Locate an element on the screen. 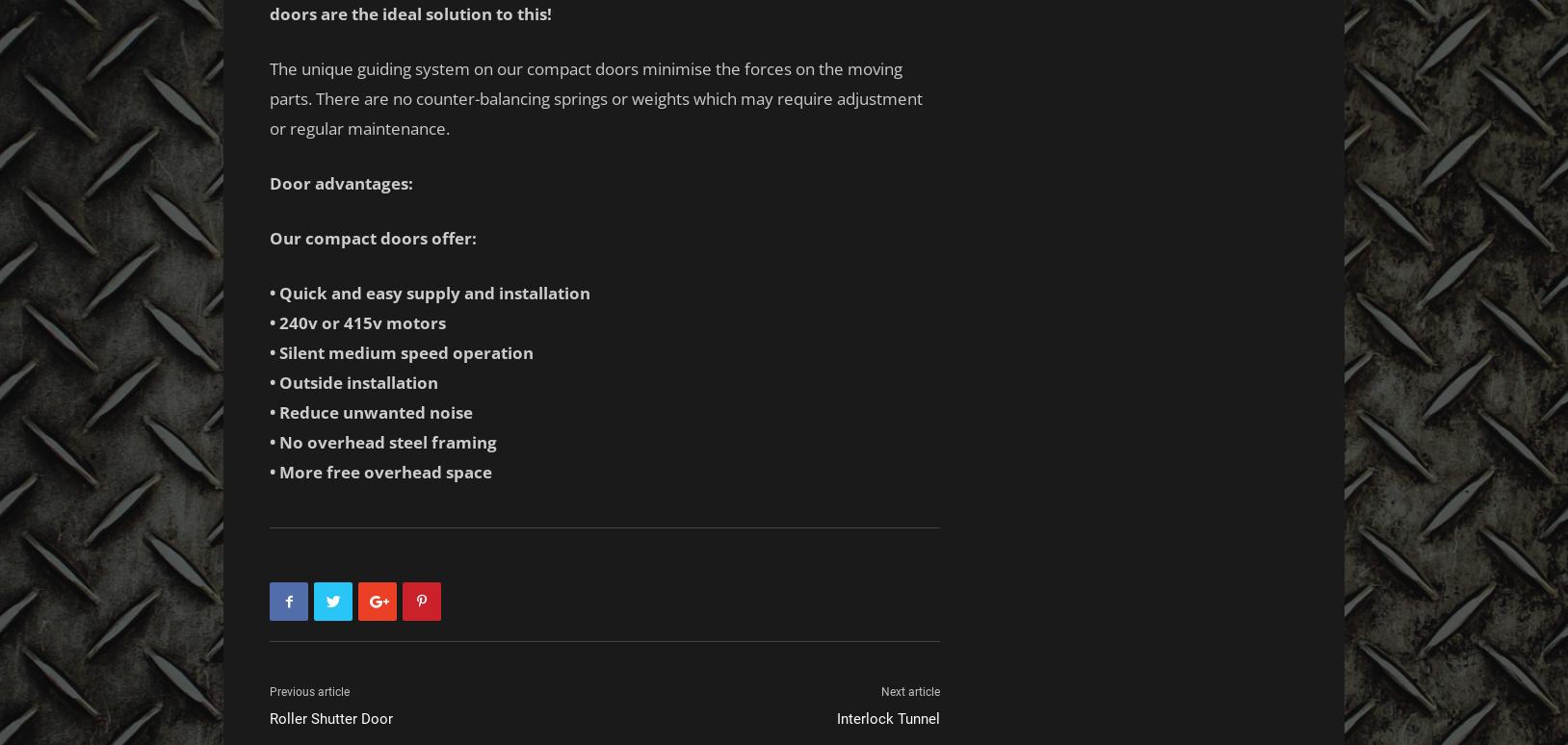 Image resolution: width=1568 pixels, height=745 pixels. '• Reduce unwanted noise' is located at coordinates (371, 411).